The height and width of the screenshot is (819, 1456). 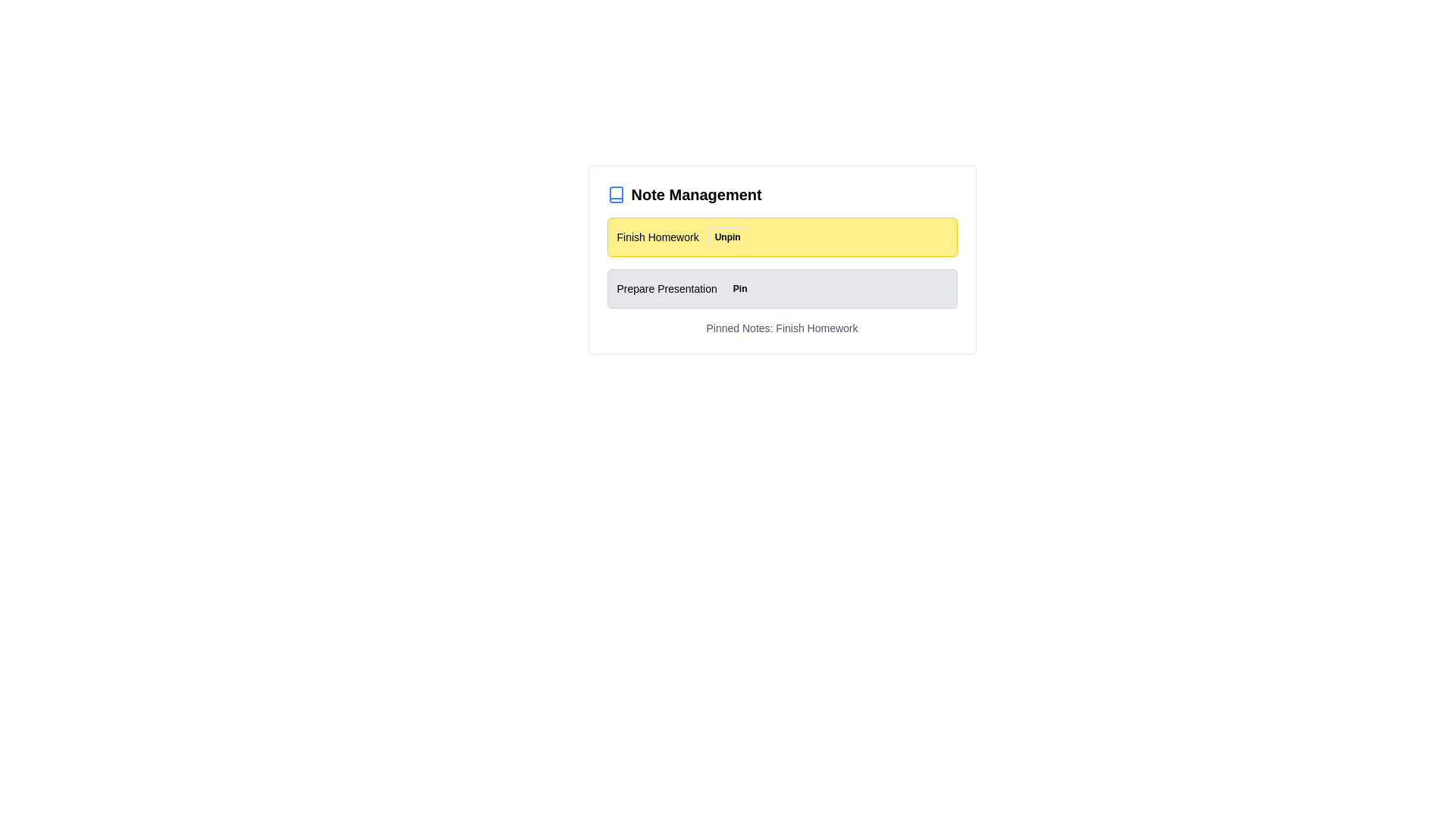 I want to click on the note labeled 'Finish Homework' to observe visual feedback, so click(x=657, y=237).